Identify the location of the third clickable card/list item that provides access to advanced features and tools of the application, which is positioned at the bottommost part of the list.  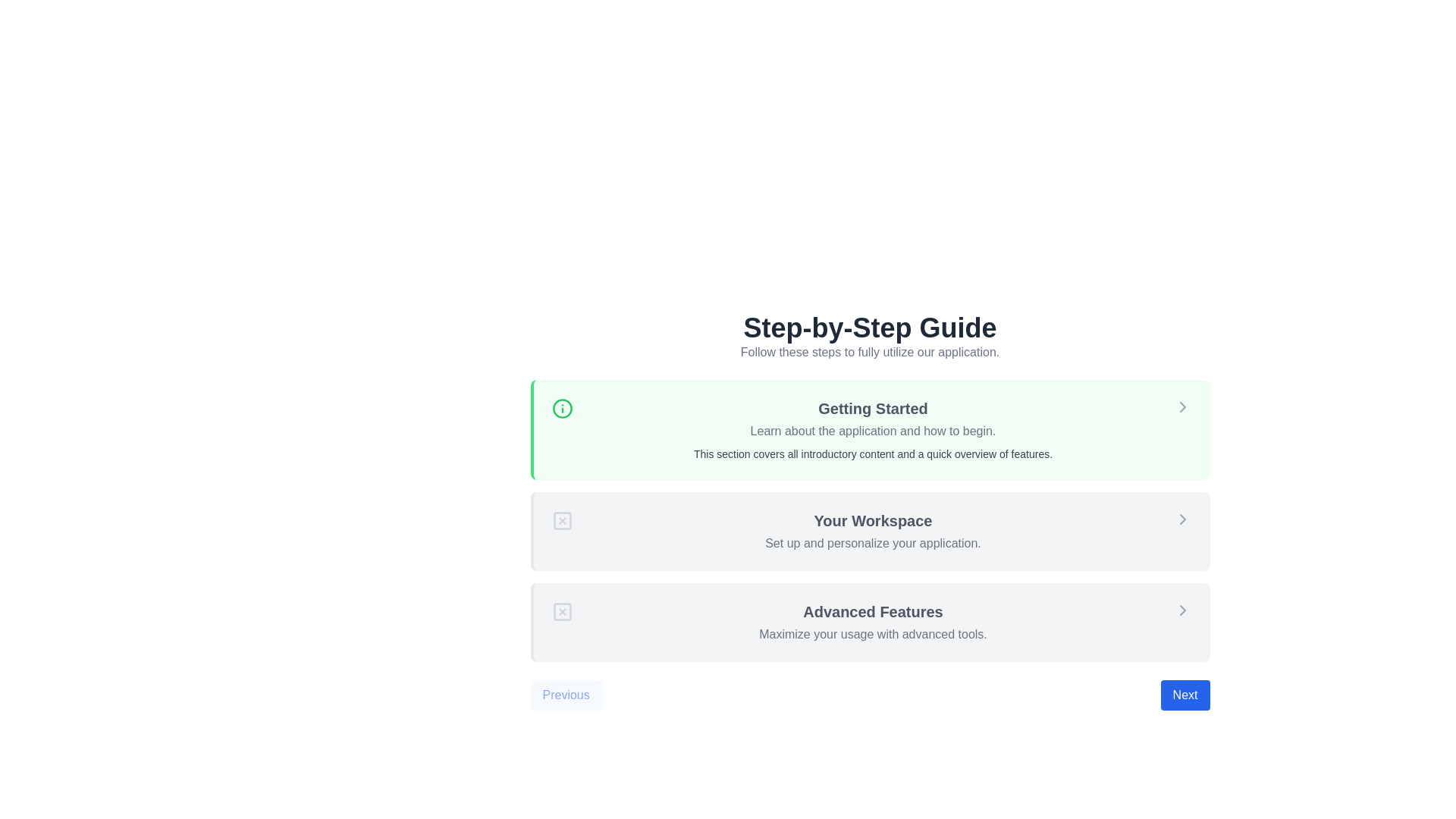
(870, 623).